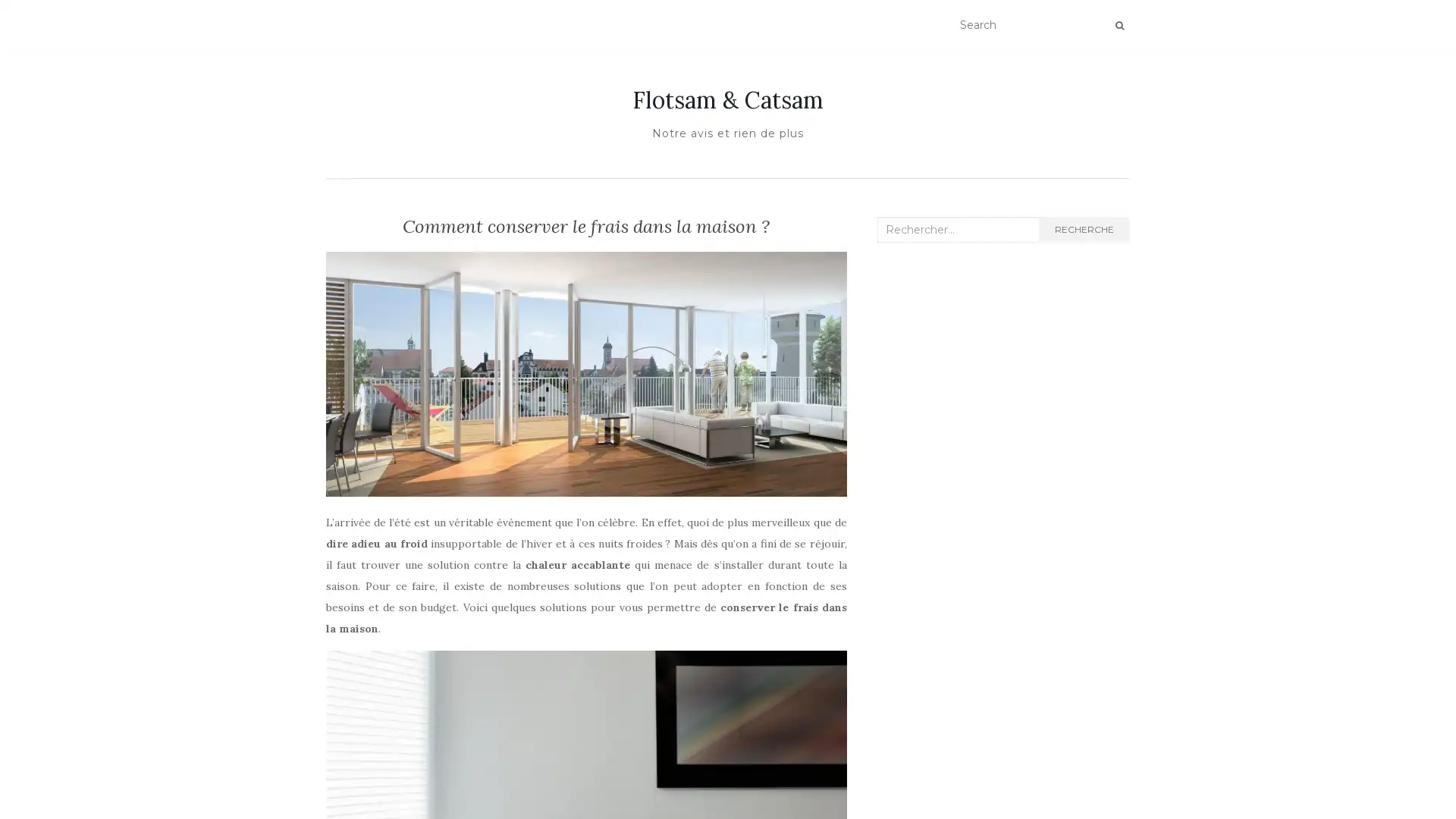  Describe the element at coordinates (1083, 230) in the screenshot. I see `RECHERCHE` at that location.